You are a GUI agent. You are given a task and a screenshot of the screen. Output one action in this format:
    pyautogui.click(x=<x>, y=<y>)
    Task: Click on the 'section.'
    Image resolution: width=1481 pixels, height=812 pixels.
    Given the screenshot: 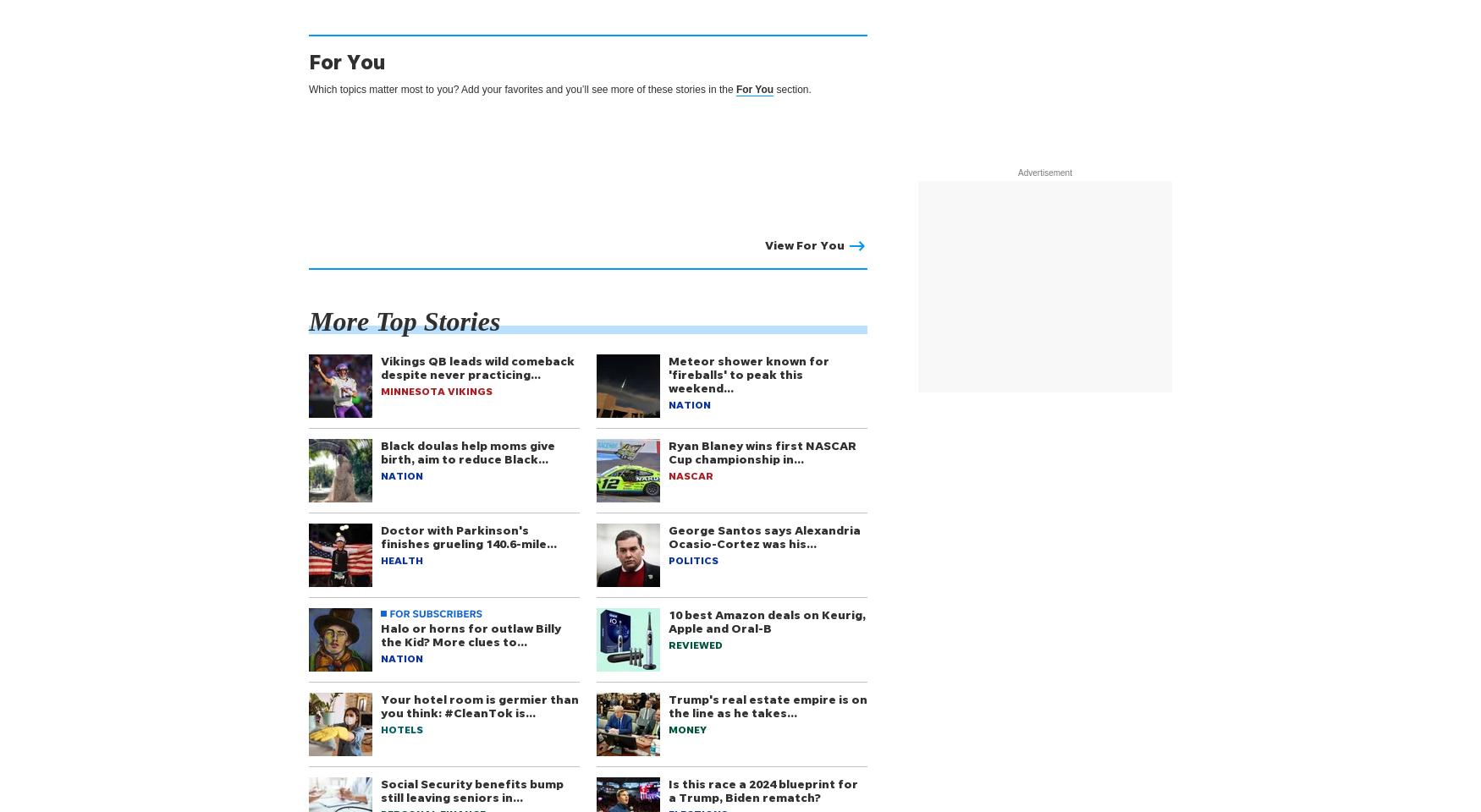 What is the action you would take?
    pyautogui.click(x=791, y=89)
    